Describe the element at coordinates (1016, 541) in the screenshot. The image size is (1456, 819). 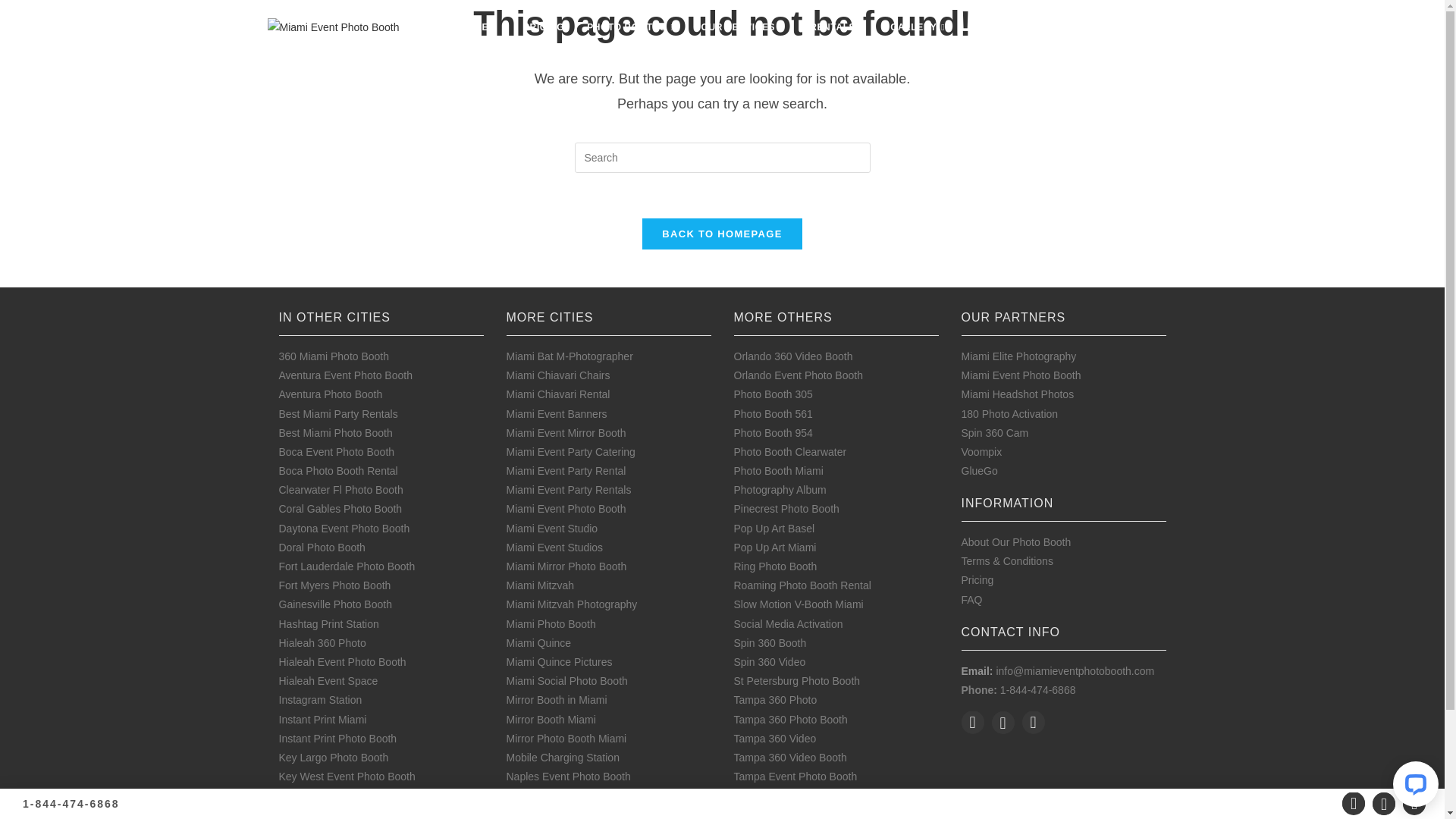
I see `'About Our Photo Booth'` at that location.